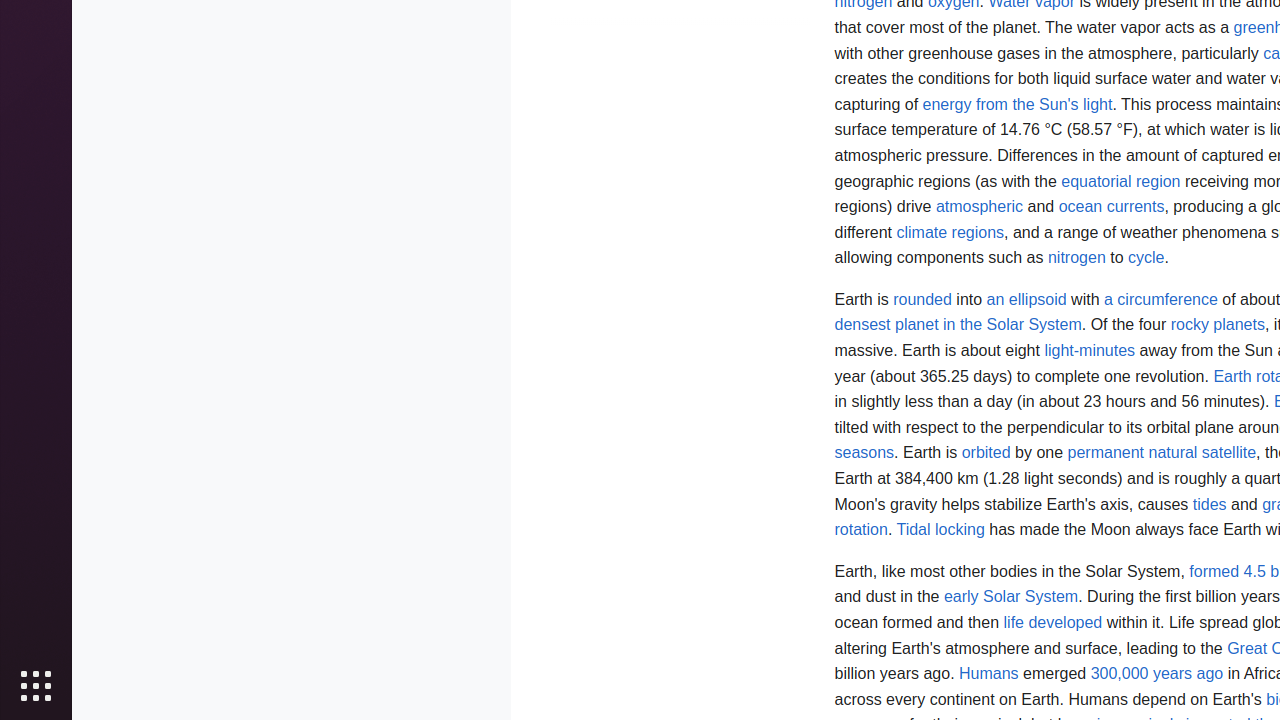 The image size is (1280, 720). Describe the element at coordinates (985, 453) in the screenshot. I see `'orbited'` at that location.